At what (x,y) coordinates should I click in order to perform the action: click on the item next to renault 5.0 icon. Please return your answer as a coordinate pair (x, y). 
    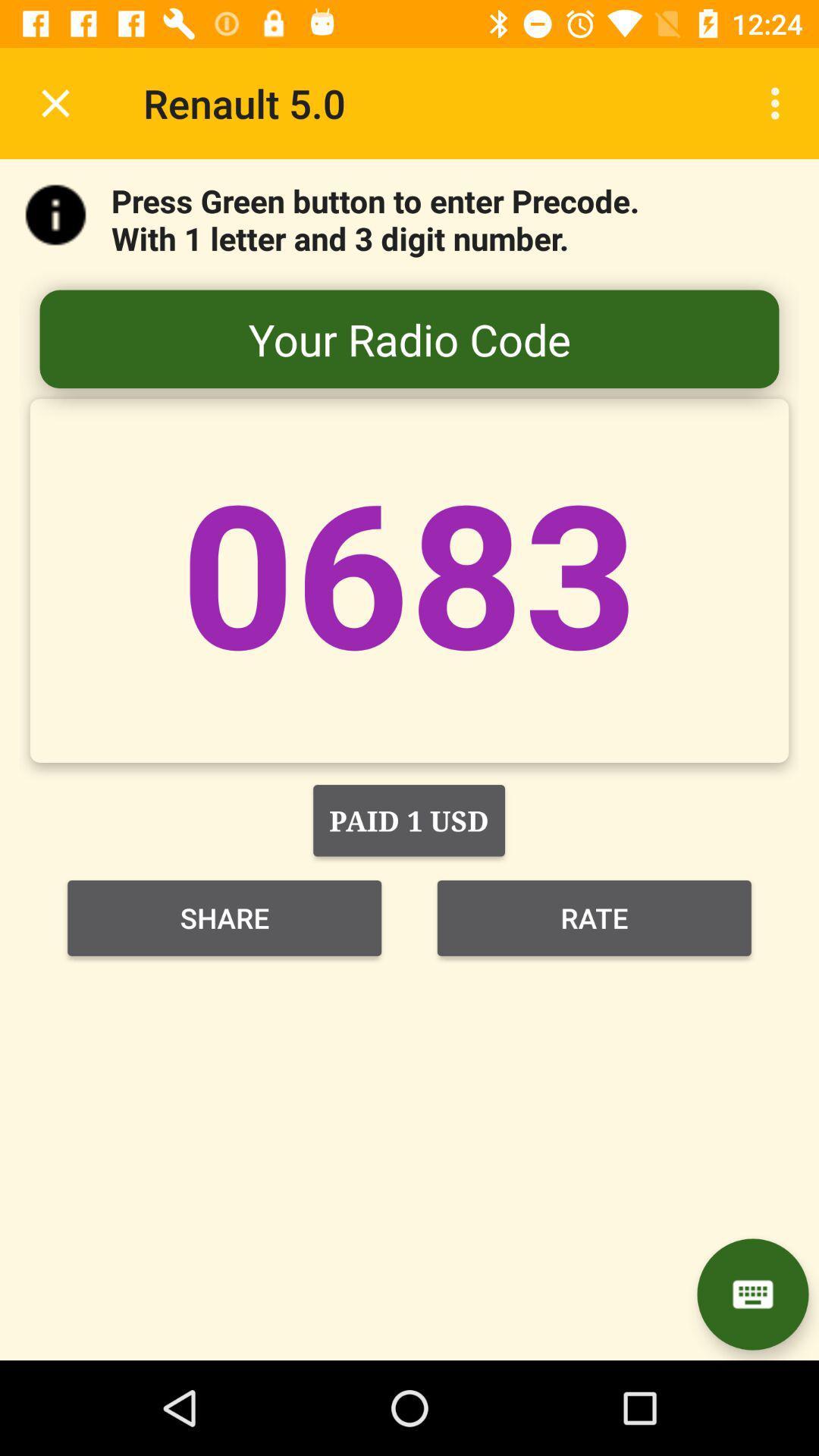
    Looking at the image, I should click on (779, 102).